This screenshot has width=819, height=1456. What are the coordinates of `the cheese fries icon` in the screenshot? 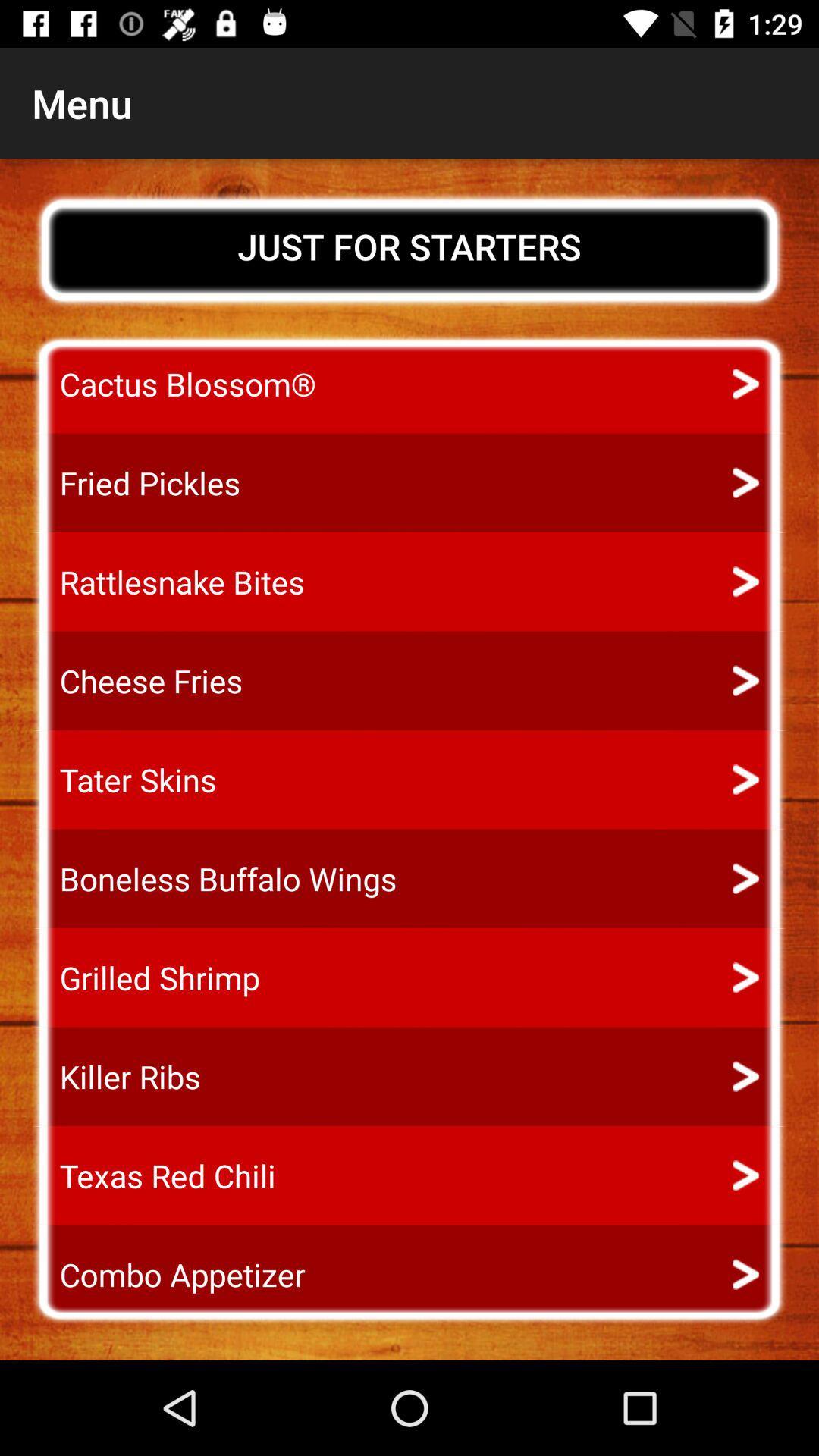 It's located at (137, 680).